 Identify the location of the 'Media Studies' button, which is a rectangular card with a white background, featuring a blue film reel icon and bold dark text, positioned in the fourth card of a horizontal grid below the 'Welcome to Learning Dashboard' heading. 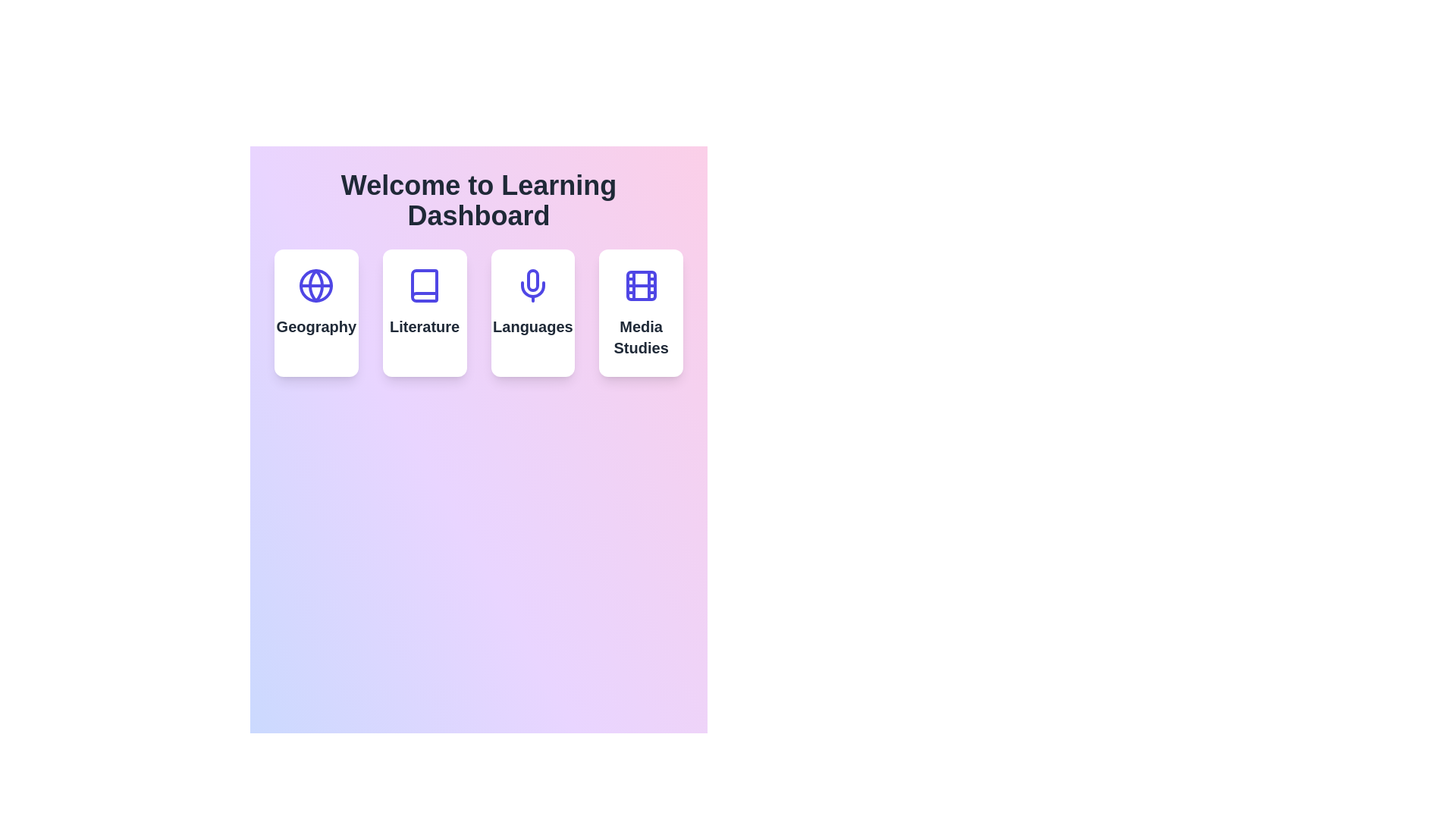
(641, 312).